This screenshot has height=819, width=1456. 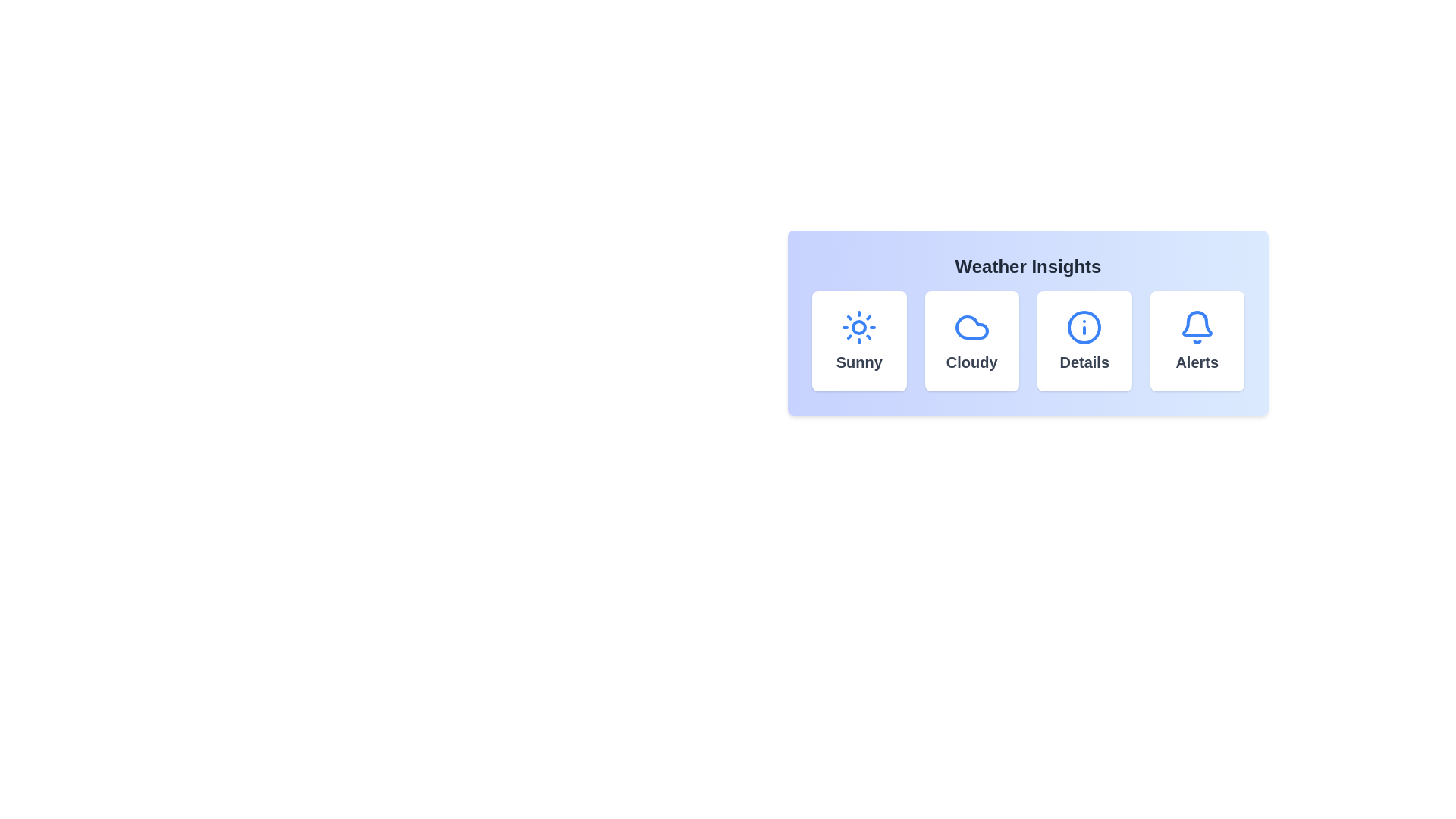 I want to click on the circular graphical element with a blue outline located within the 'Details' button in the Weather Insights dashboard, so click(x=1084, y=327).